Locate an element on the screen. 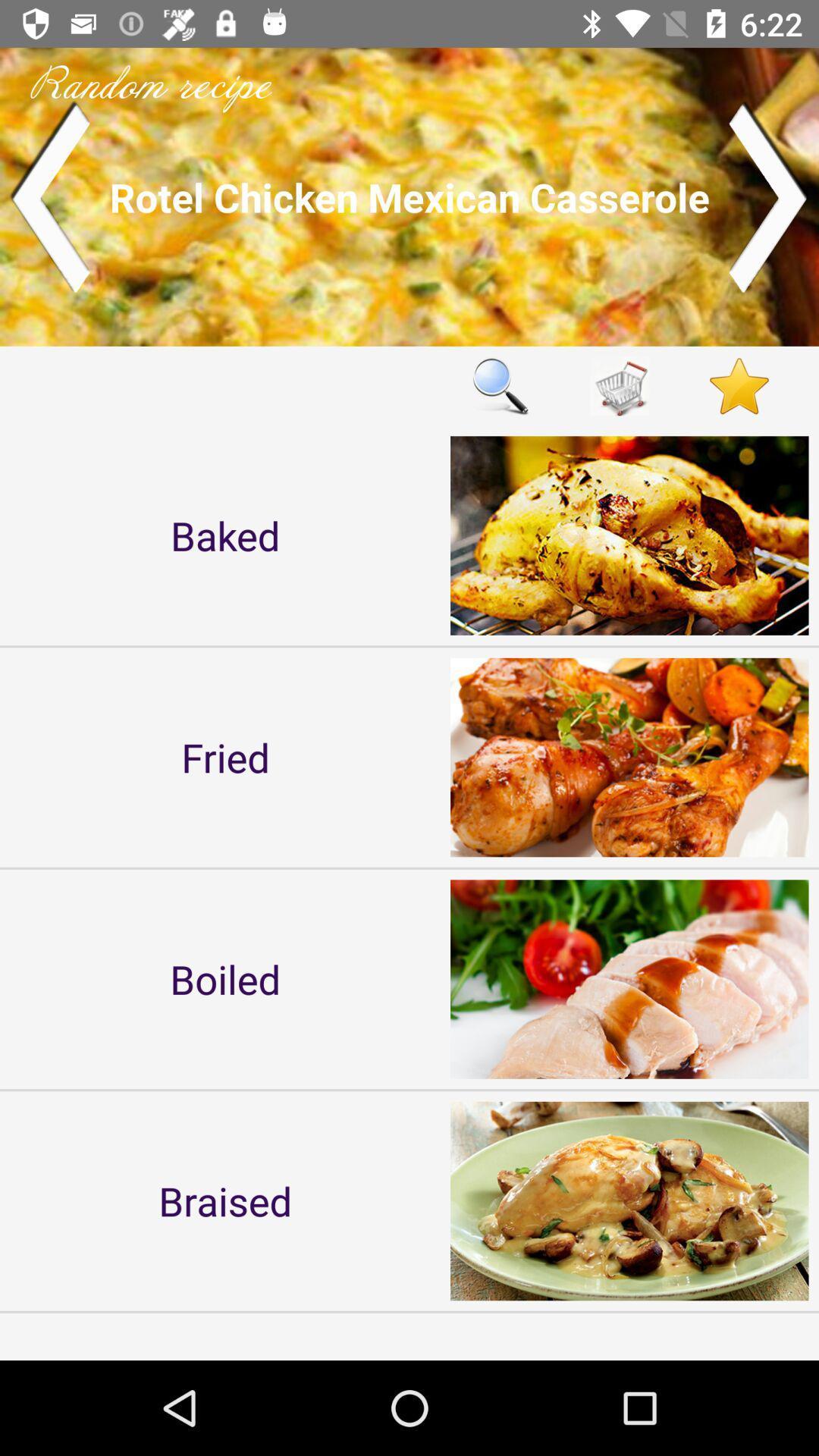  the previous recipe is located at coordinates (49, 196).